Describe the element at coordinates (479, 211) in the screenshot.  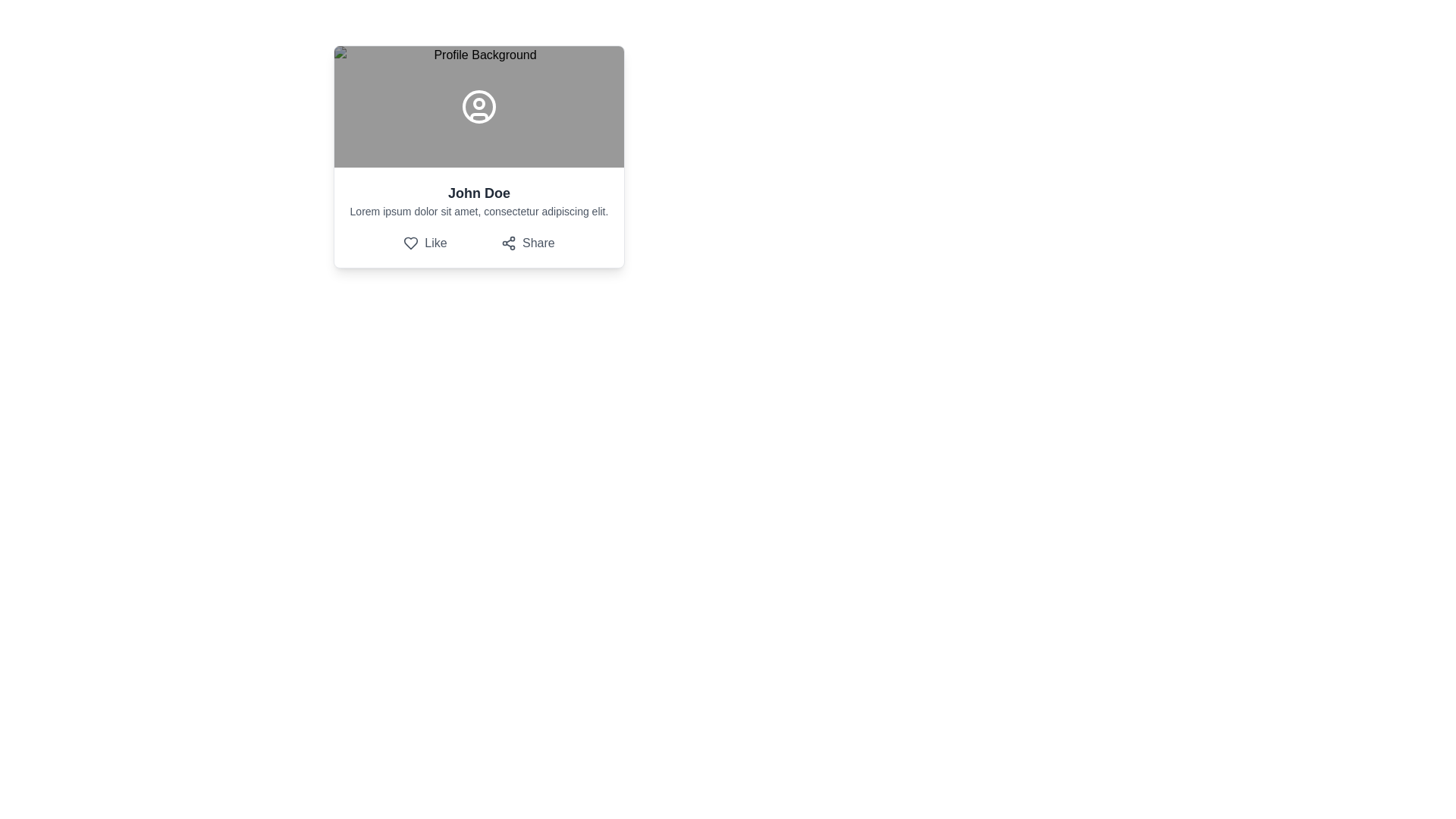
I see `the text display element located directly below 'John Doe' which provides supplementary information about the entity` at that location.